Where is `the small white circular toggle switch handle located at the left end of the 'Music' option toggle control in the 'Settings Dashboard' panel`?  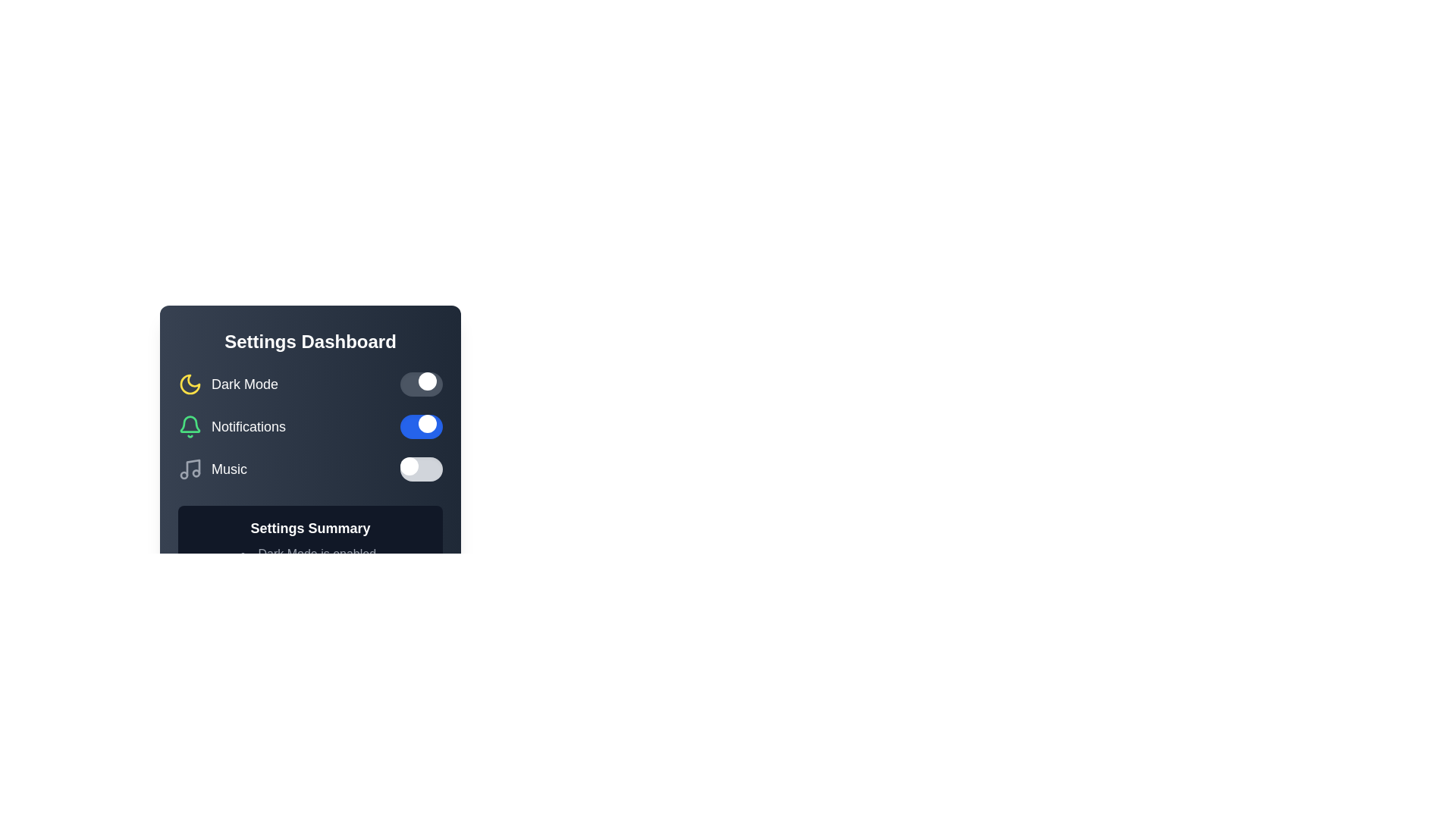 the small white circular toggle switch handle located at the left end of the 'Music' option toggle control in the 'Settings Dashboard' panel is located at coordinates (409, 465).